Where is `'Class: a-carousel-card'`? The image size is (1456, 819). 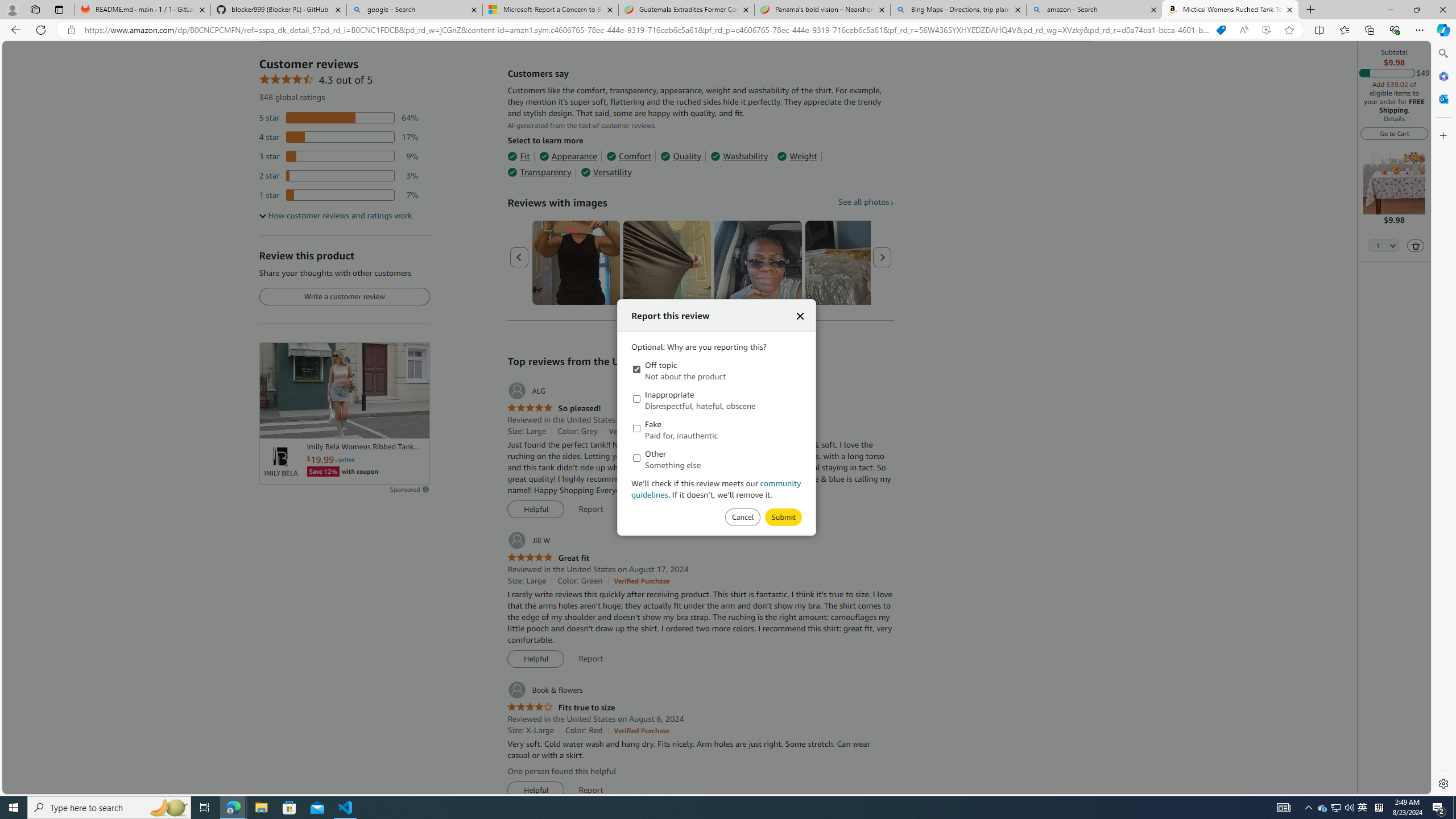 'Class: a-carousel-card' is located at coordinates (758, 263).